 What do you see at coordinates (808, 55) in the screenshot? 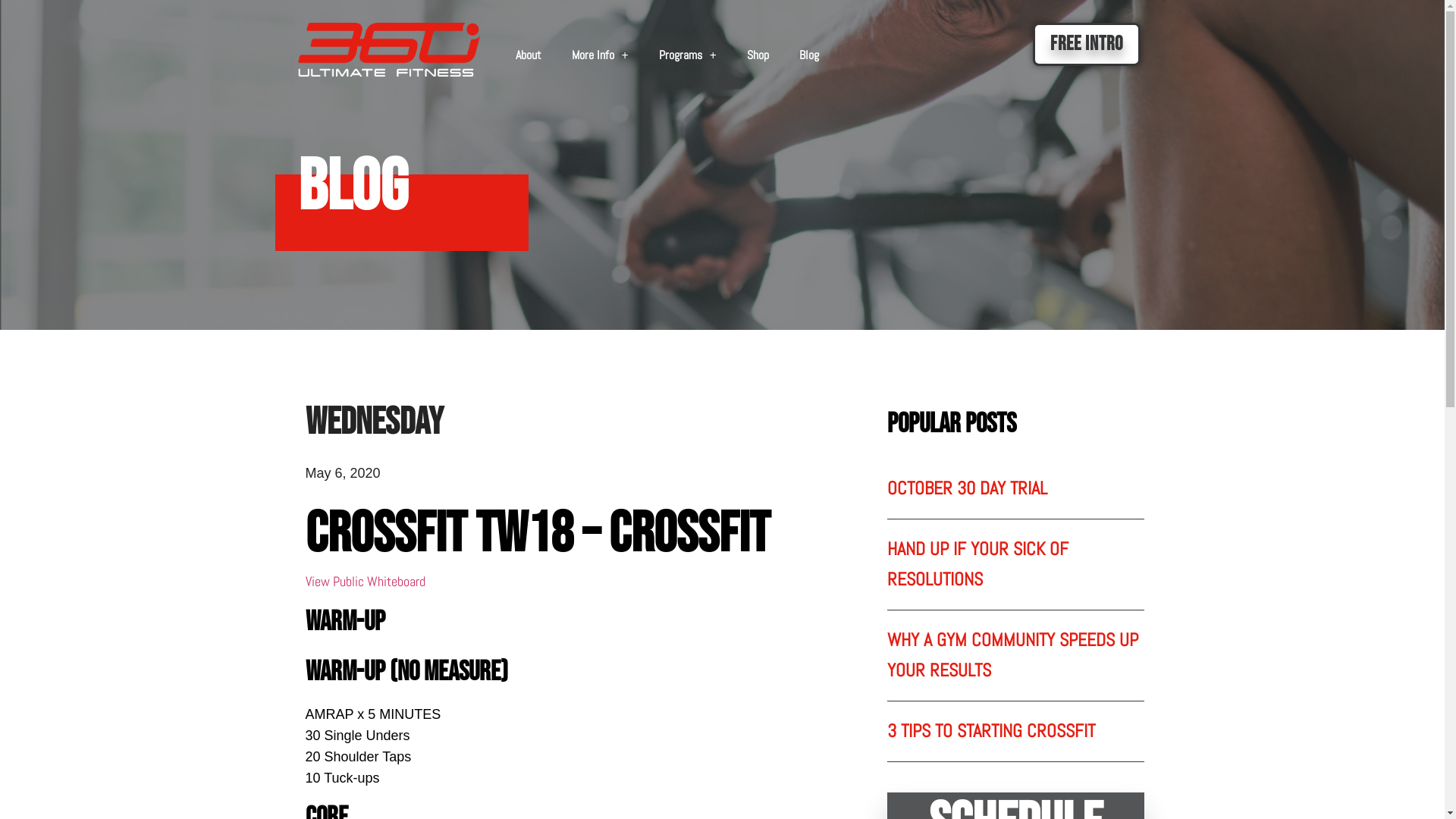
I see `'Blog'` at bounding box center [808, 55].